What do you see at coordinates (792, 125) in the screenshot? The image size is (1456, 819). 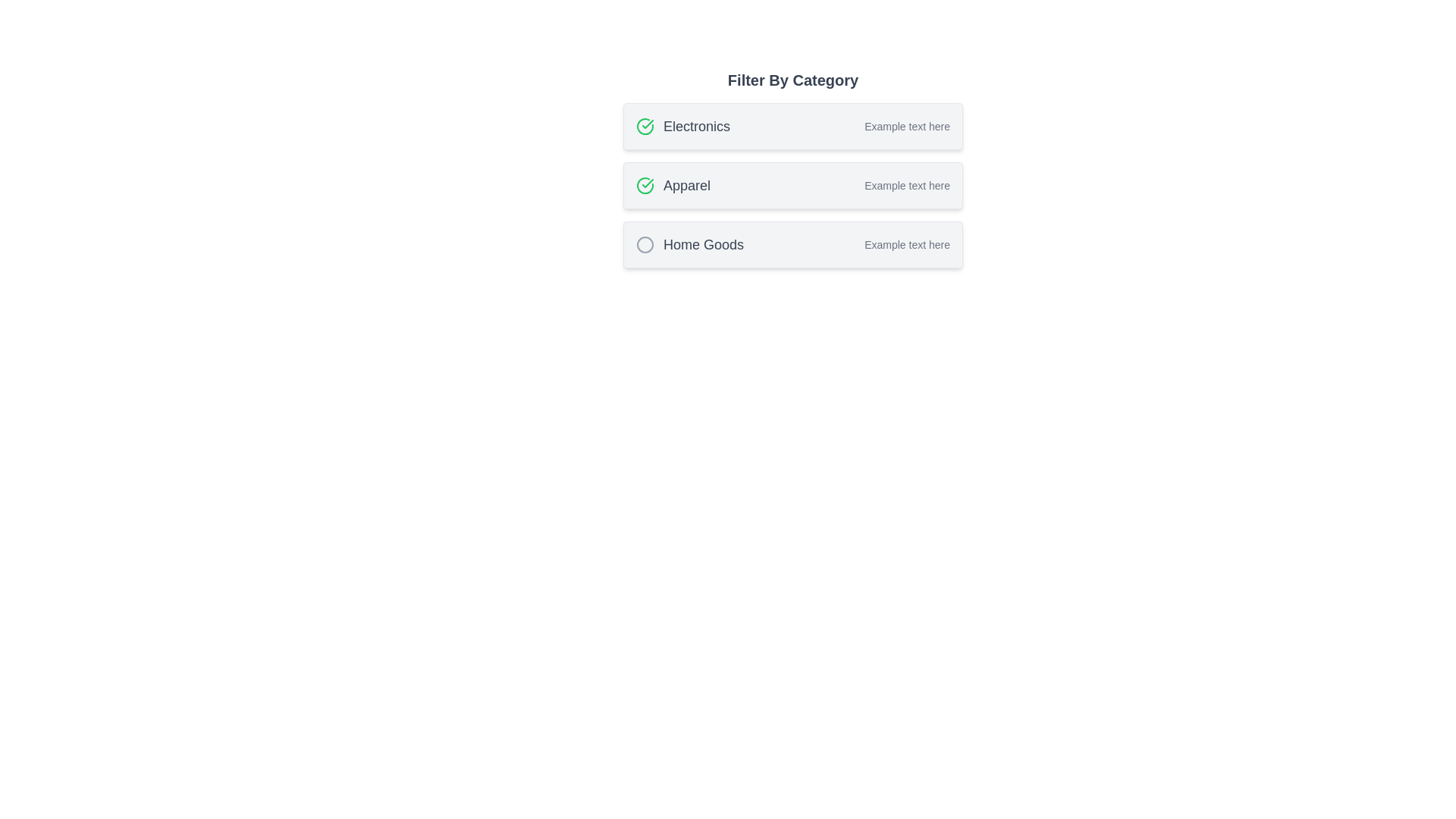 I see `the 'Electronics' category card` at bounding box center [792, 125].